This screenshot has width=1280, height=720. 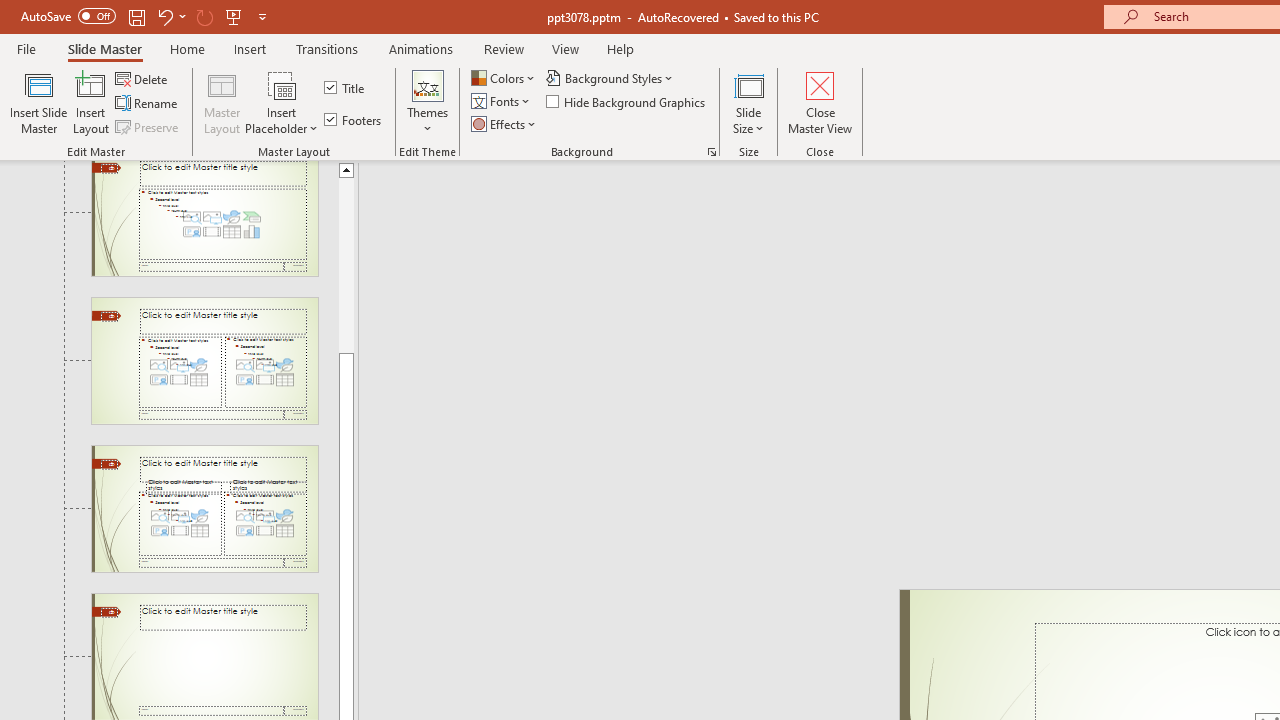 I want to click on 'Preserve', so click(x=148, y=127).